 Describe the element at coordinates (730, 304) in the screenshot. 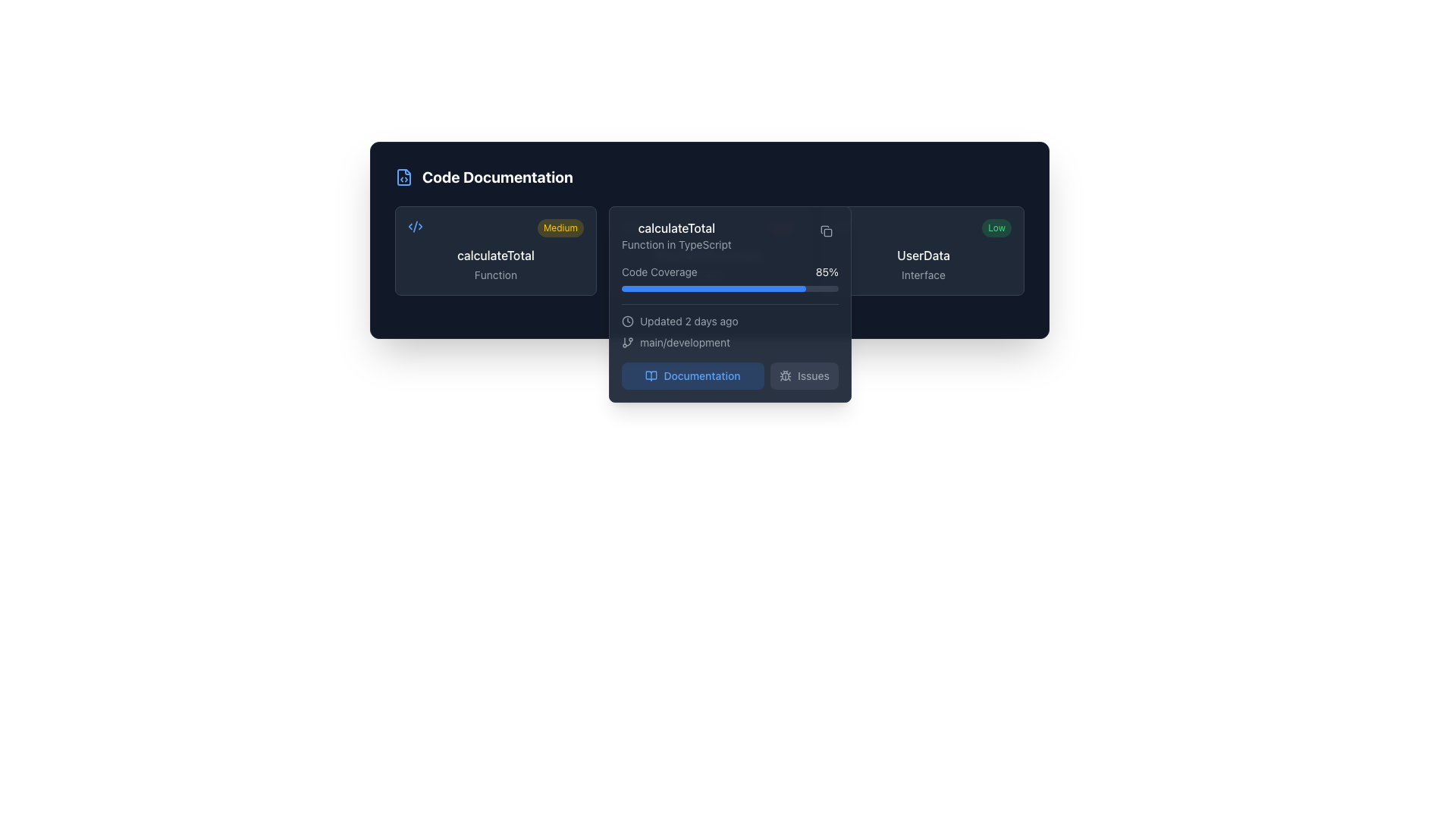

I see `the 'Issues' button located within the Information panel, which provides options for the 'calculateTotal' function` at that location.